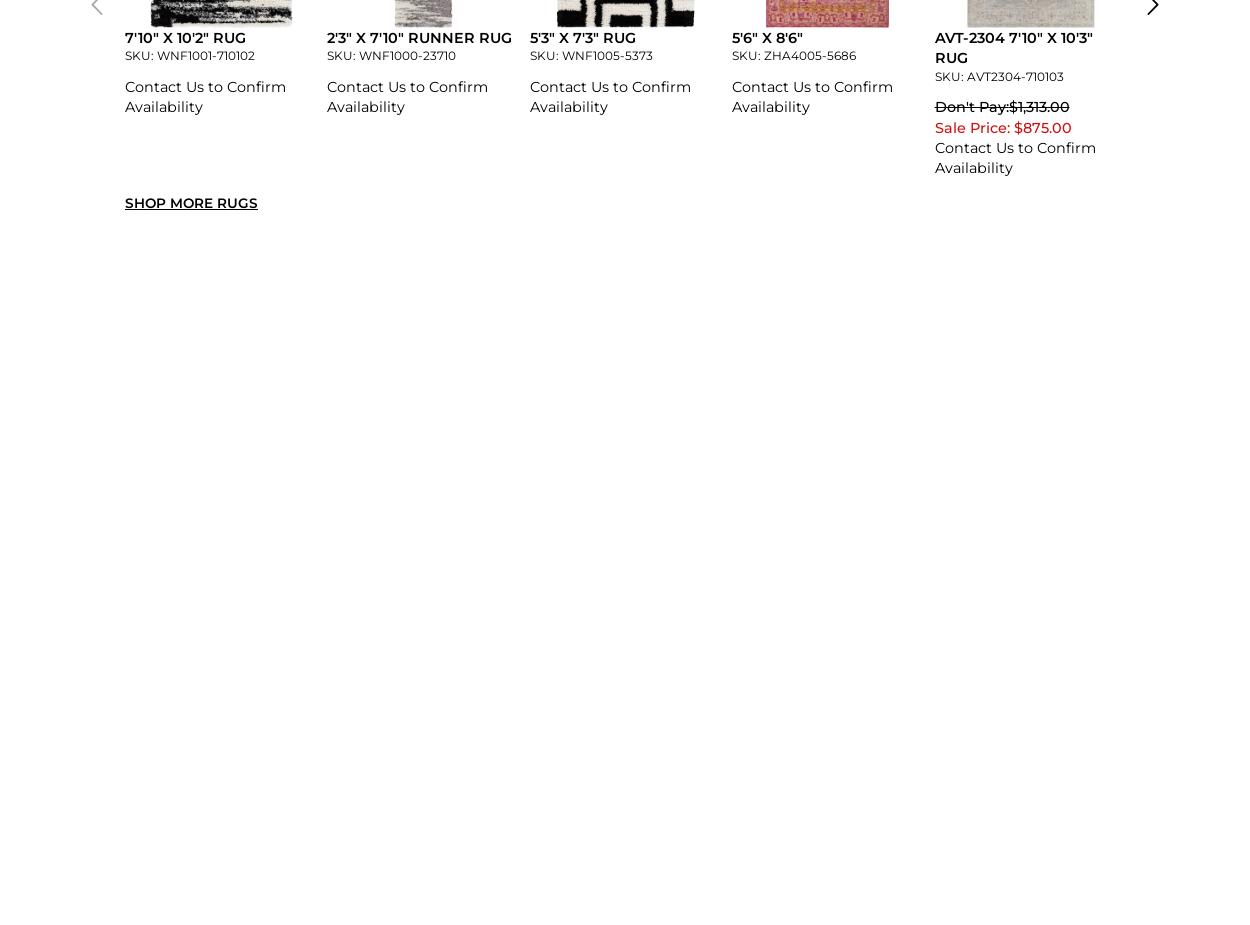  Describe the element at coordinates (123, 459) in the screenshot. I see `'Origin'` at that location.